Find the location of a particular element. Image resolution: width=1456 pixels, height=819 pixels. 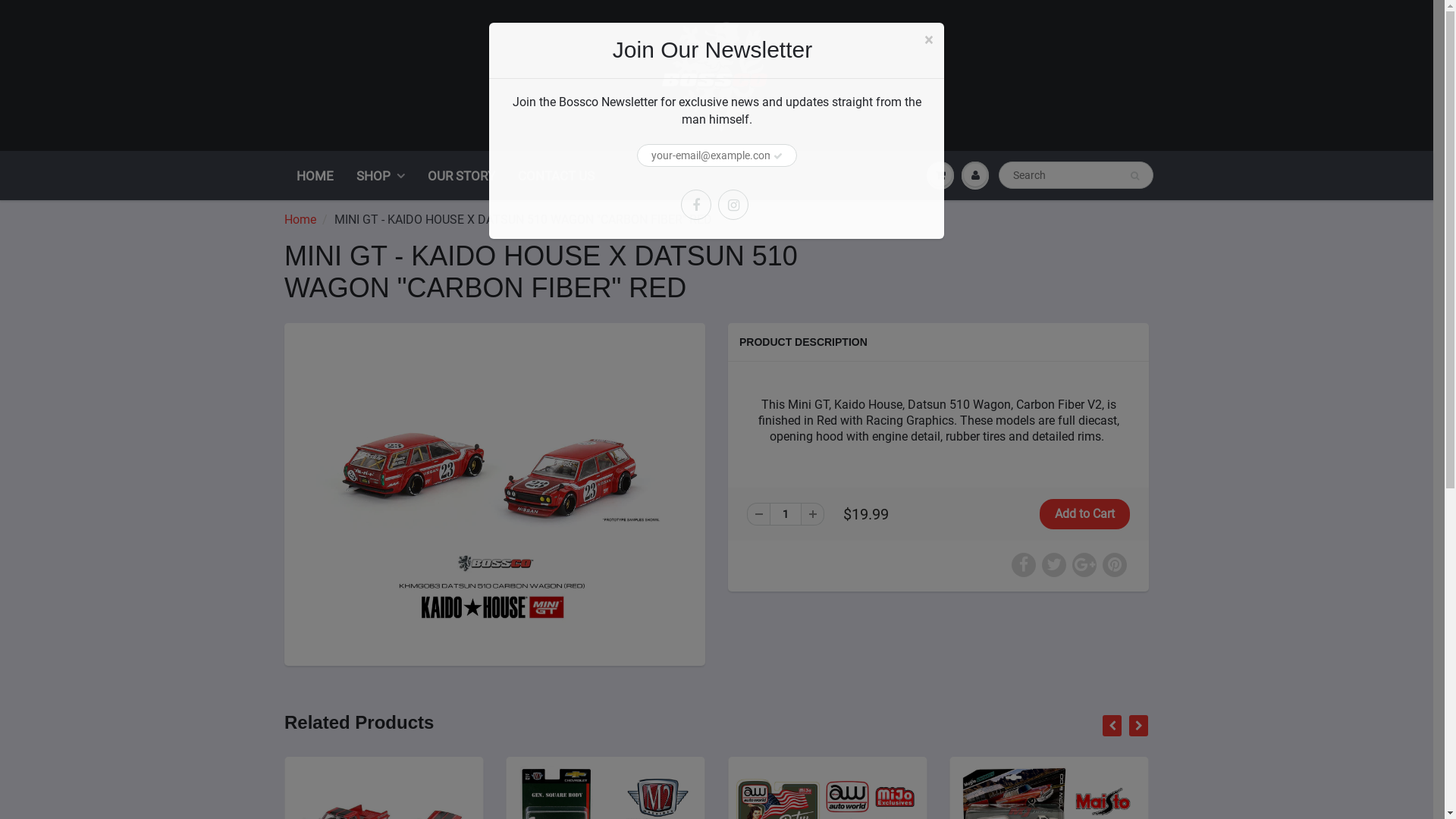

'SHOP' is located at coordinates (381, 174).